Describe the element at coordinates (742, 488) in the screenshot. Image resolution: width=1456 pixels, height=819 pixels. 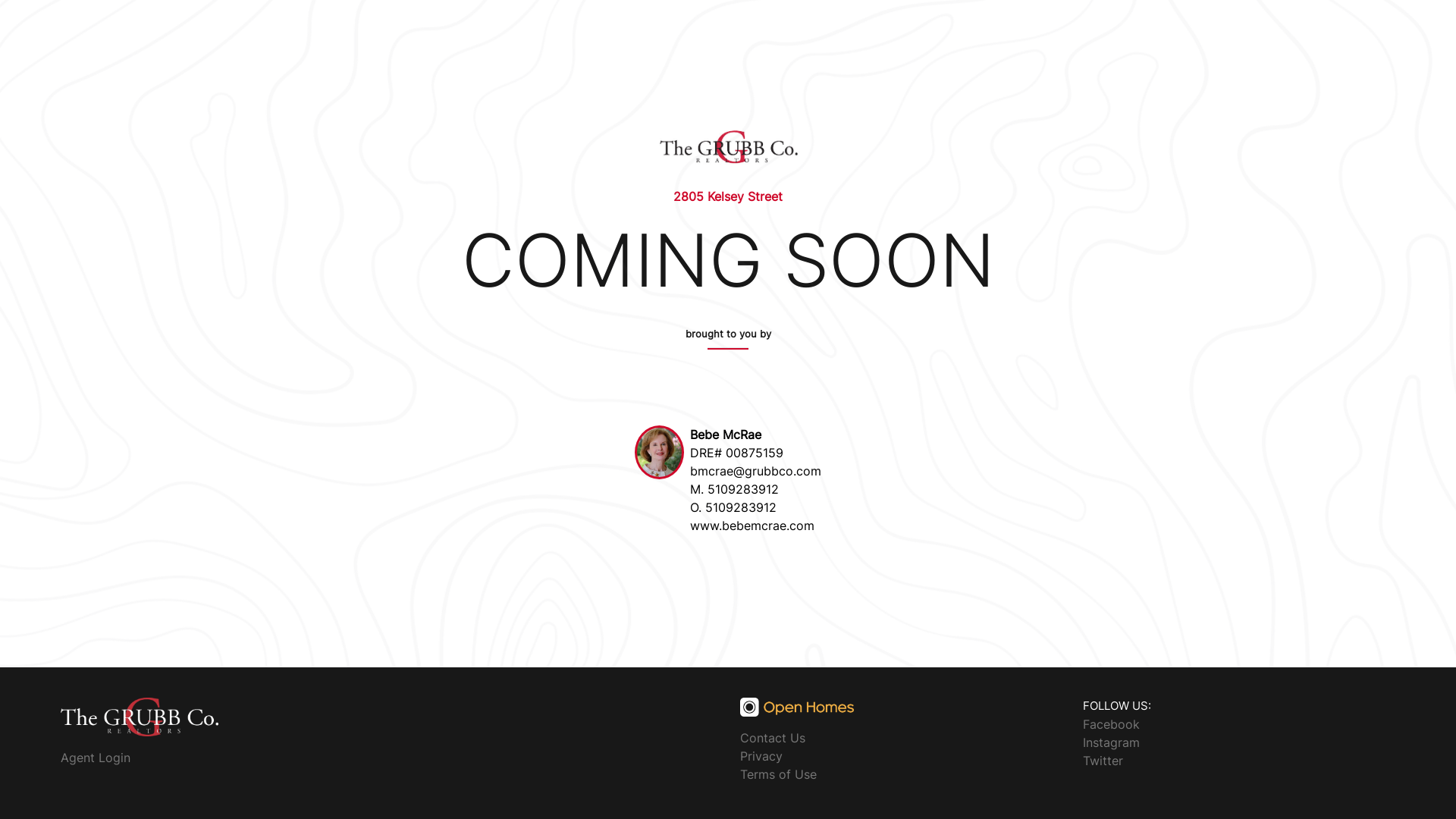
I see `'5109283912'` at that location.